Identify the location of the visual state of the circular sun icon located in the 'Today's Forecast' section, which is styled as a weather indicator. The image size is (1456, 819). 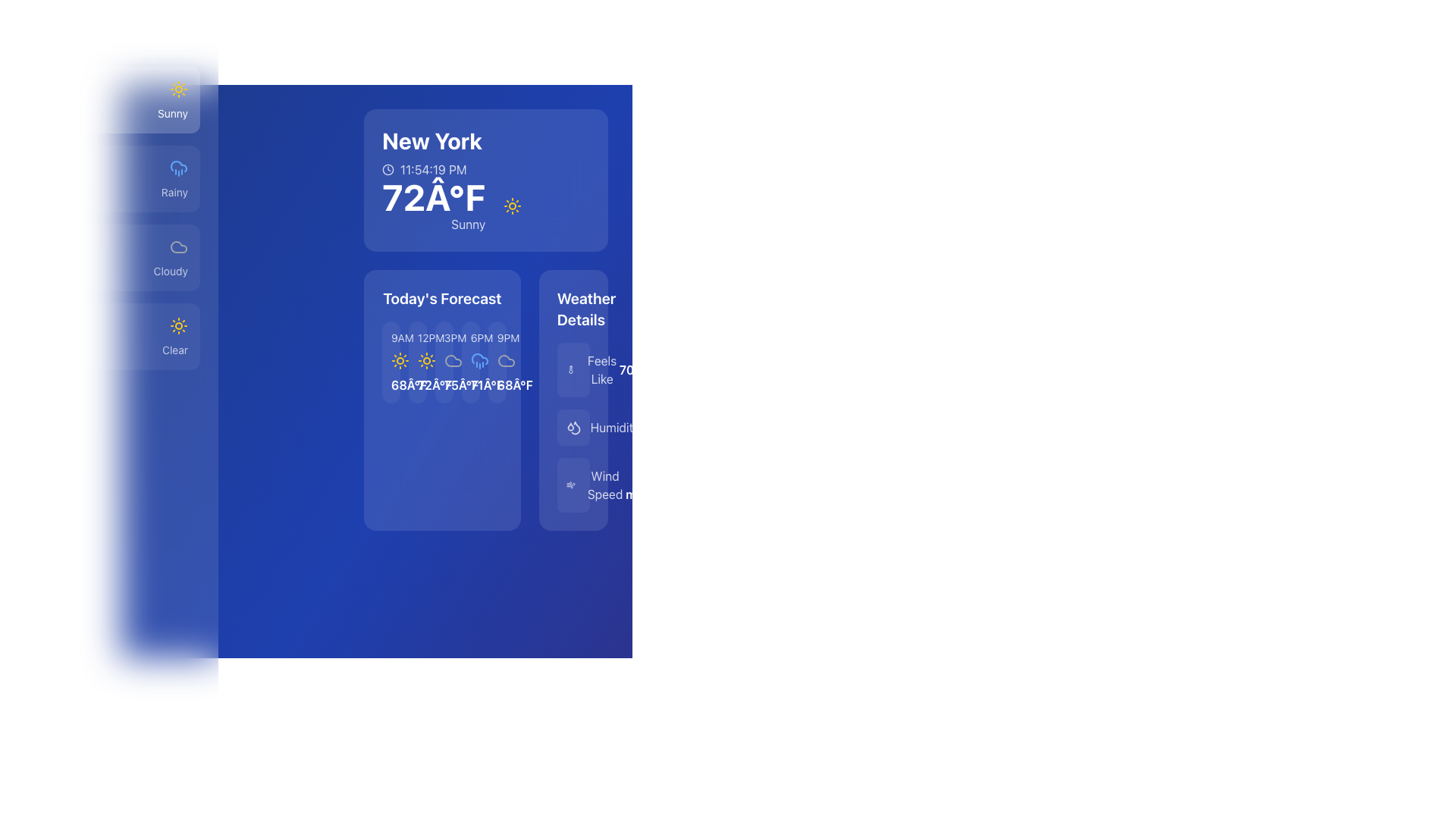
(425, 360).